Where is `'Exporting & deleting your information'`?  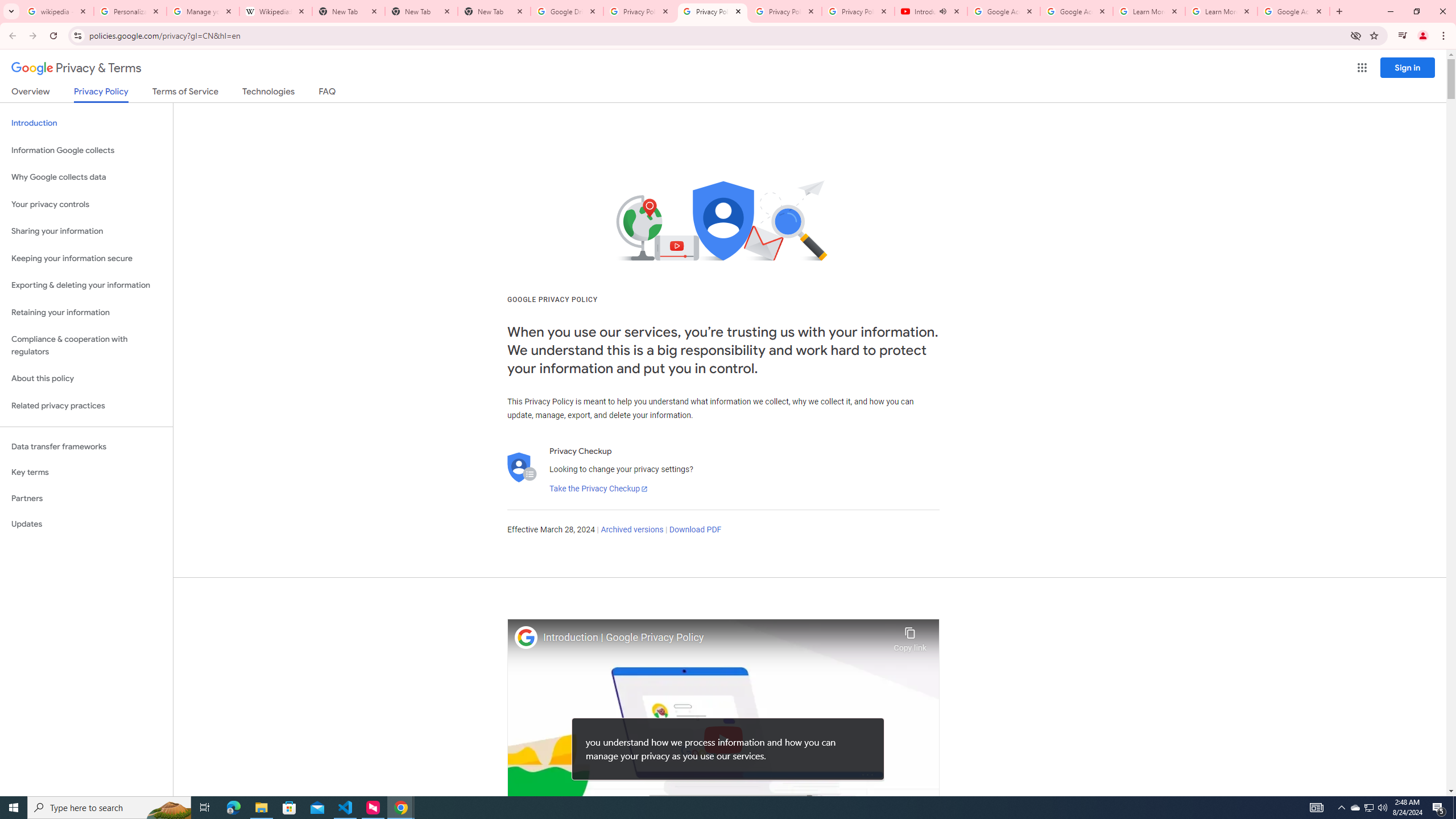 'Exporting & deleting your information' is located at coordinates (86, 285).